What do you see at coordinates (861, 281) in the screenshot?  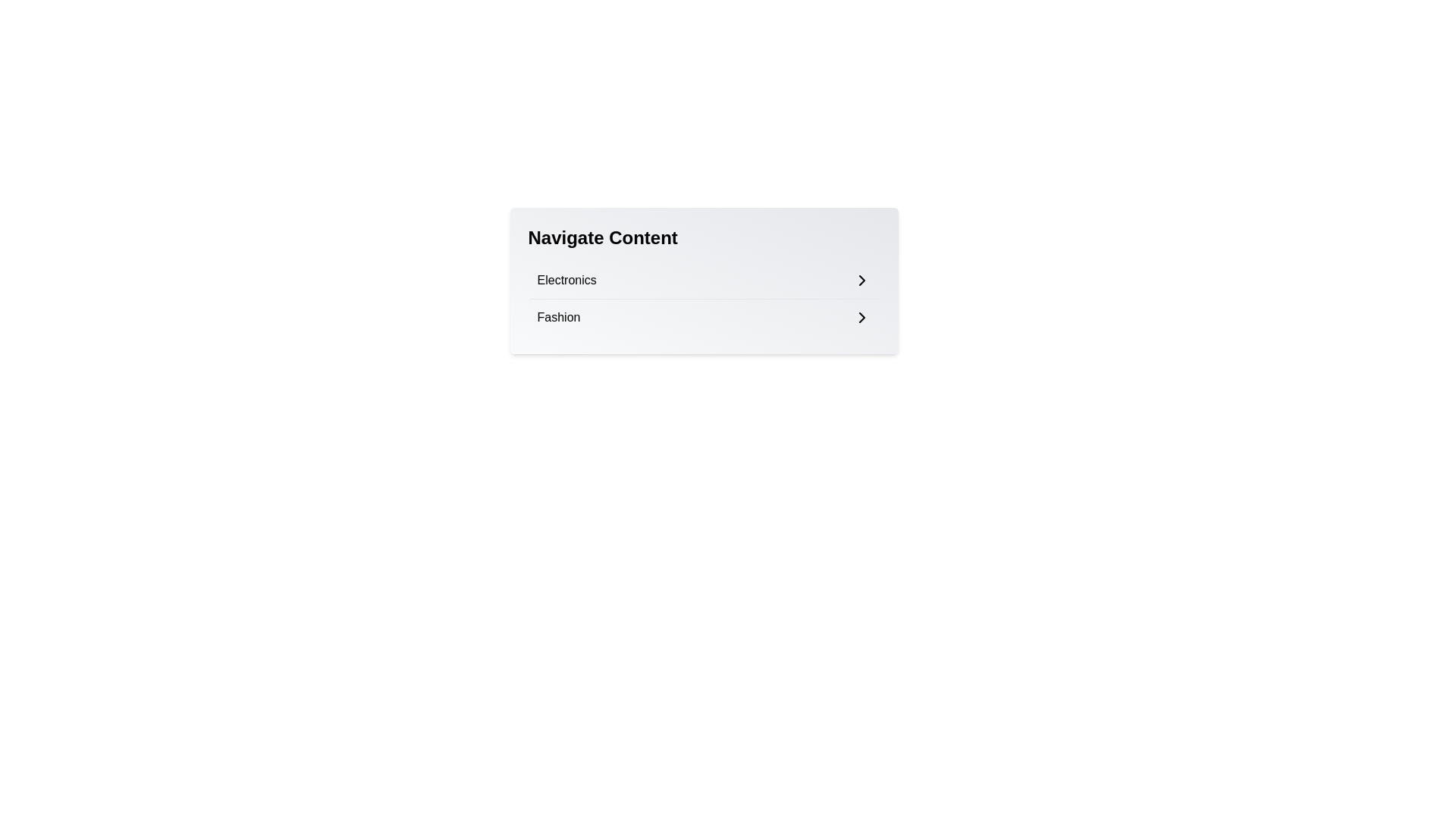 I see `the chevron icon that points to the right, located to the far-right of the 'Electronics' label for accessibility` at bounding box center [861, 281].